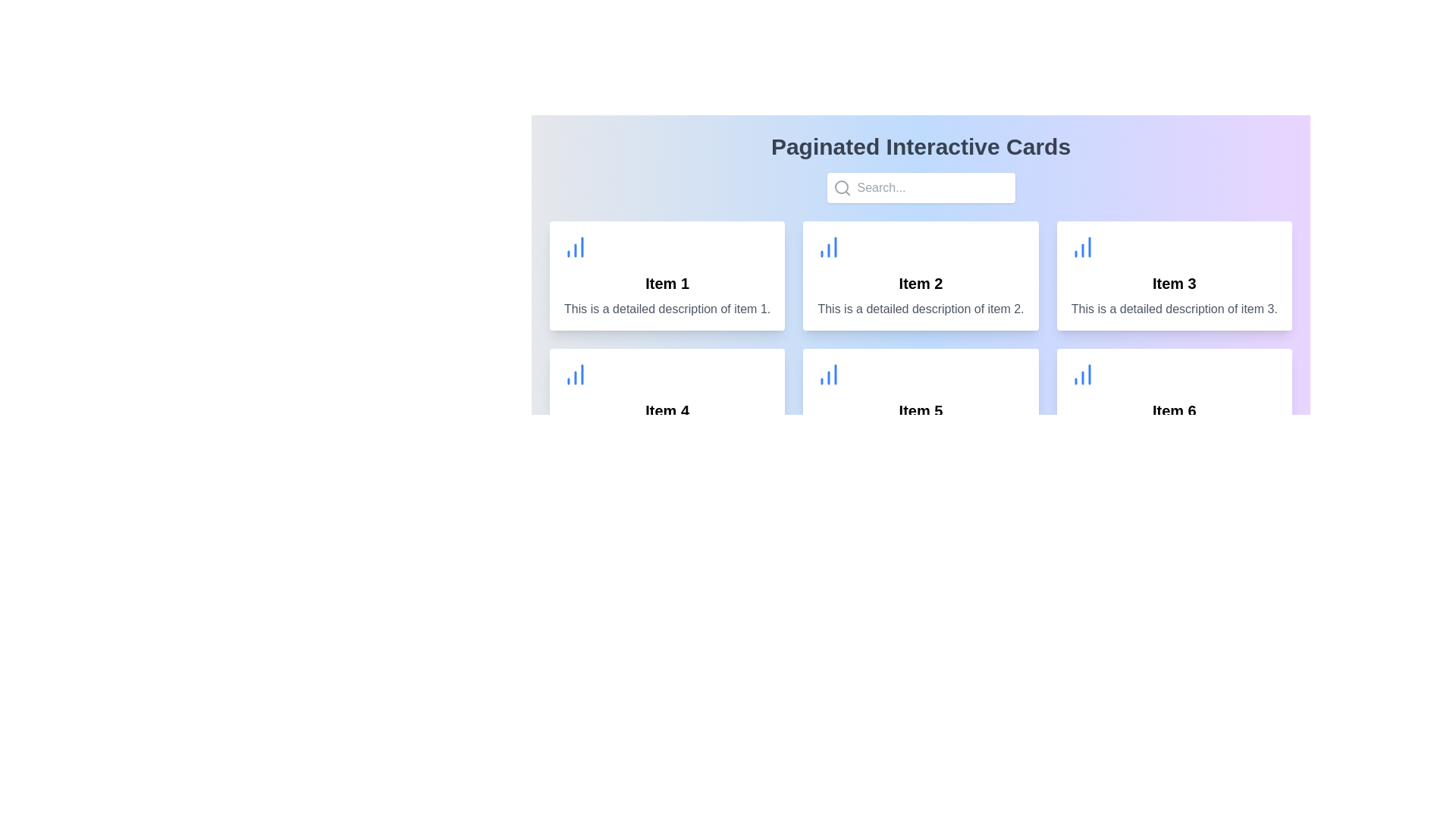 This screenshot has height=819, width=1456. What do you see at coordinates (667, 284) in the screenshot?
I see `the text label that presents the title of the respective item or card in the first card of the multi-card grid layout` at bounding box center [667, 284].